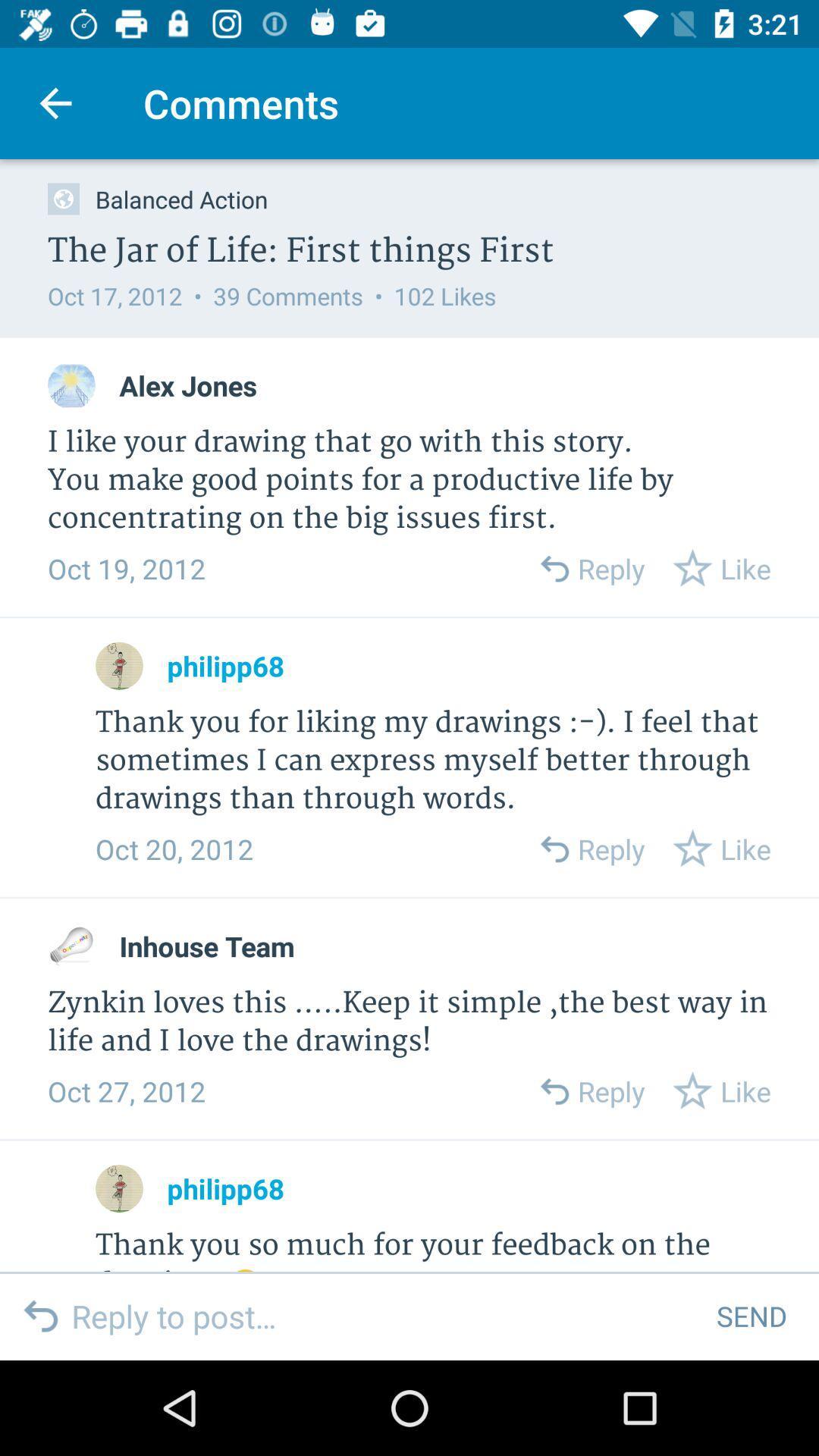 The height and width of the screenshot is (1456, 819). Describe the element at coordinates (207, 946) in the screenshot. I see `inhouse team item` at that location.